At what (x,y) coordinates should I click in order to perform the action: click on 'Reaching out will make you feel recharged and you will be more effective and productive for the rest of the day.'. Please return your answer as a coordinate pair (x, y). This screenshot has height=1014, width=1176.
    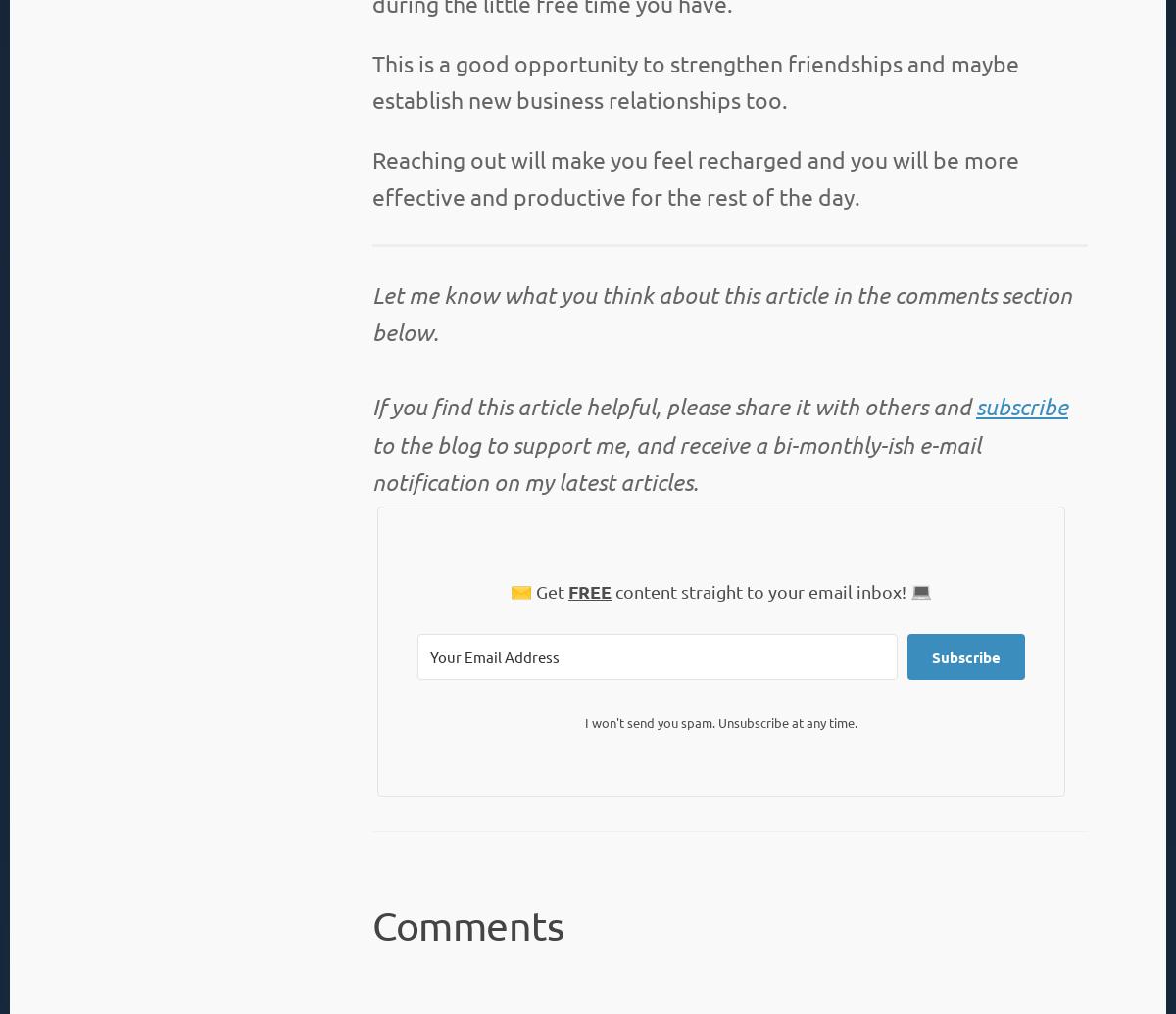
    Looking at the image, I should click on (372, 177).